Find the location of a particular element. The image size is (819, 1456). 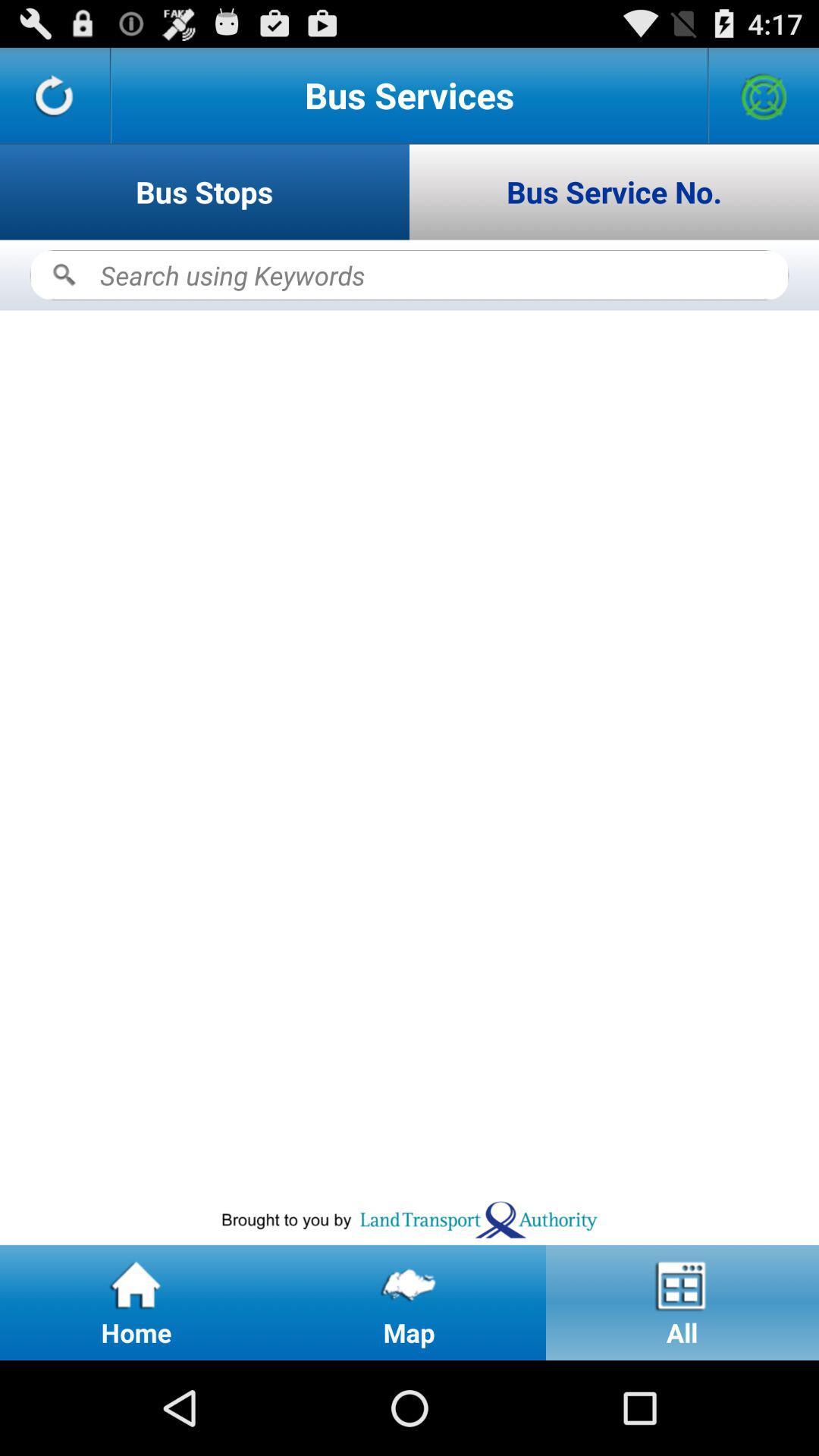

the refresh icon is located at coordinates (54, 101).